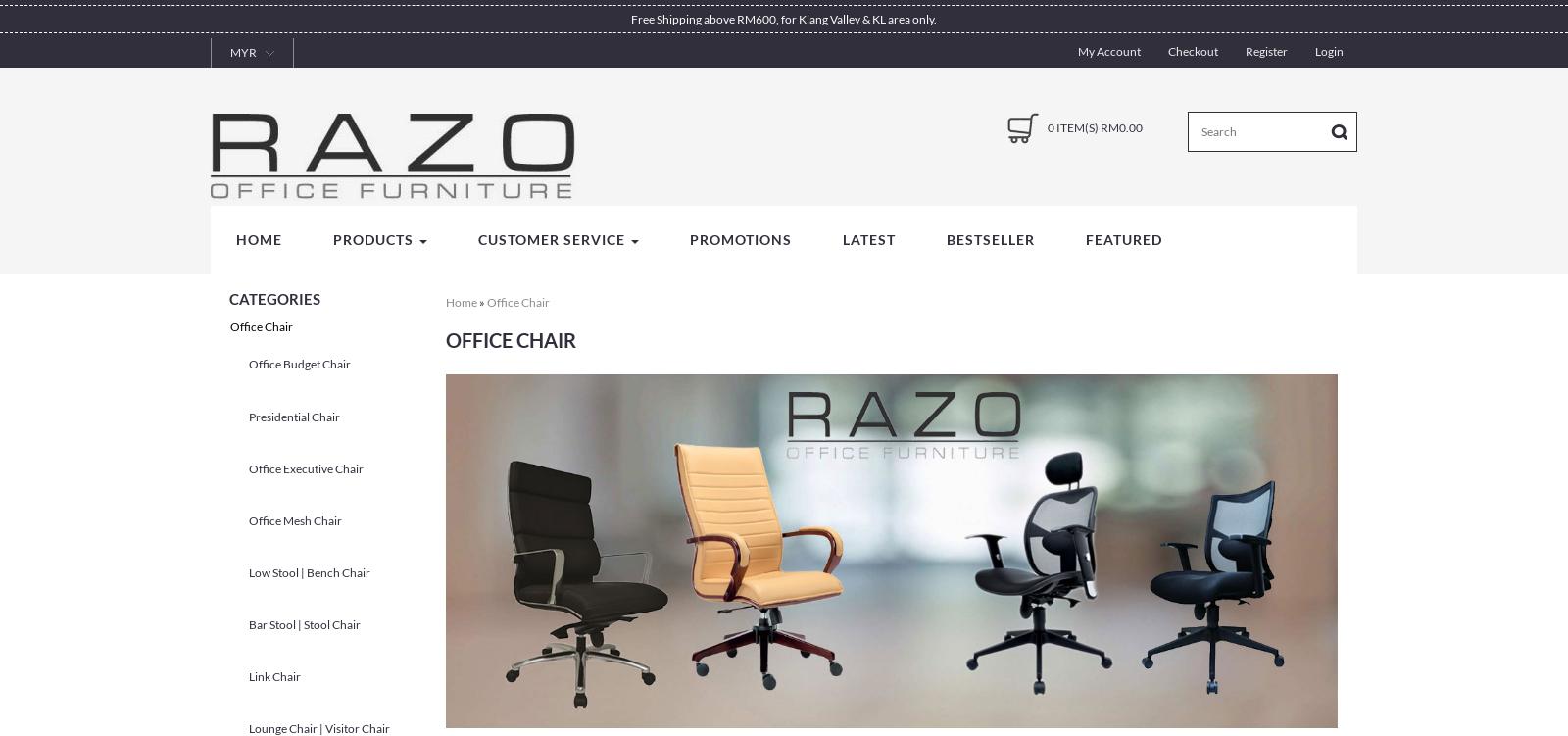 The height and width of the screenshot is (736, 1568). What do you see at coordinates (295, 518) in the screenshot?
I see `'Office Mesh Chair'` at bounding box center [295, 518].